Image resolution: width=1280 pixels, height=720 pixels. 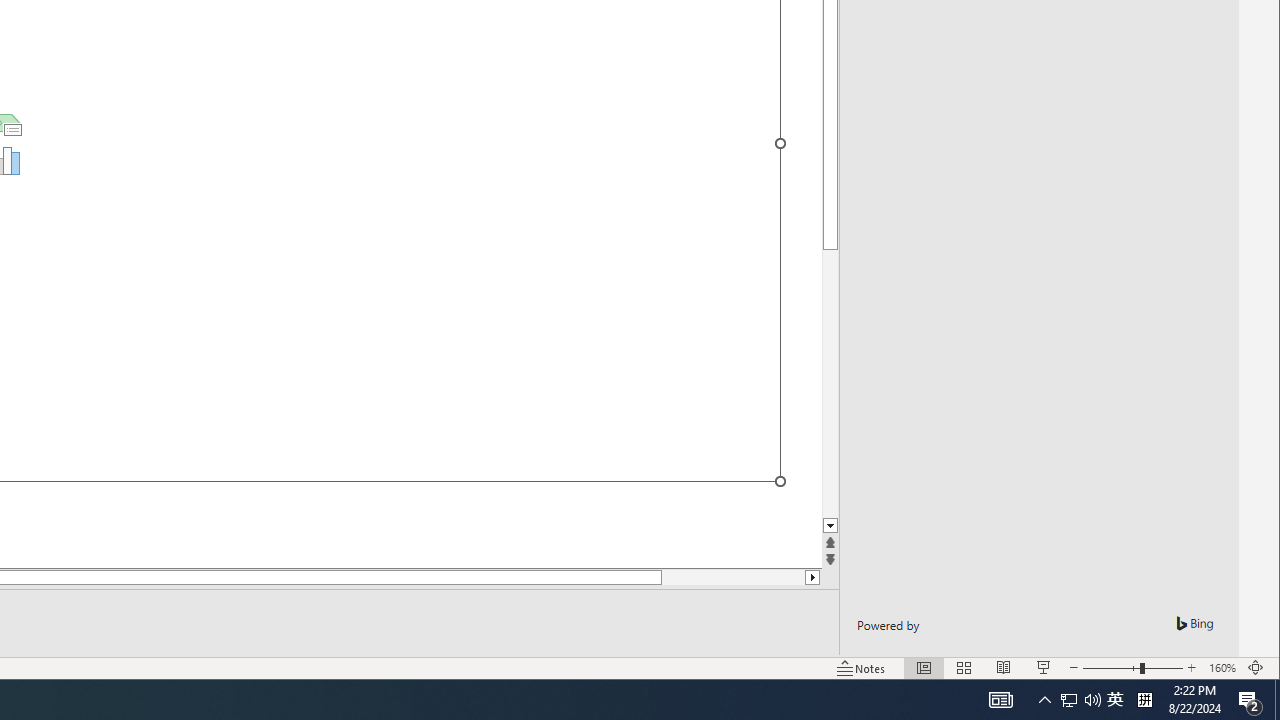 I want to click on 'Tray Input Indicator - Chinese (Simplified, China)', so click(x=1144, y=698).